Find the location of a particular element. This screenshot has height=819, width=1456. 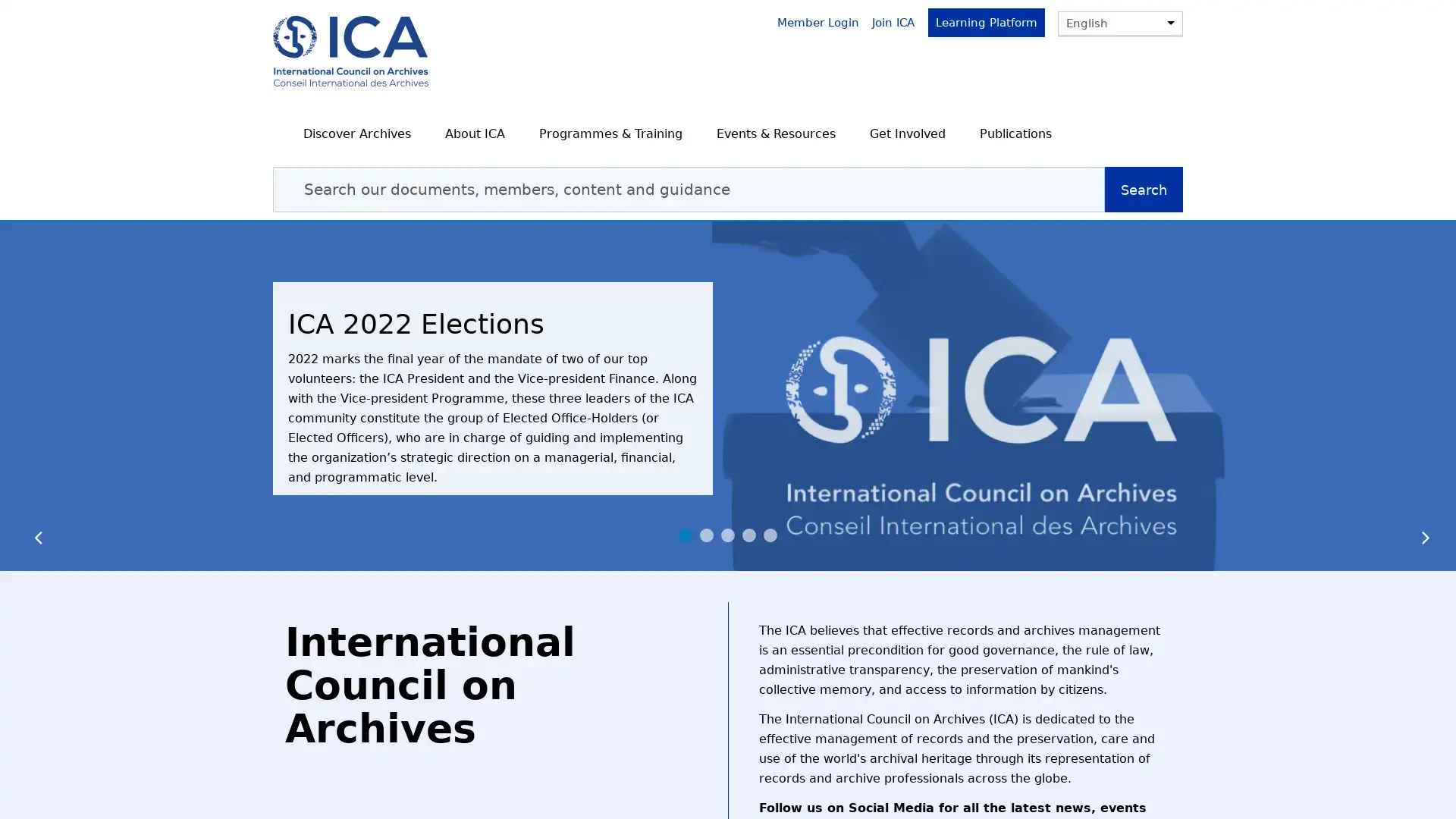

Next slide is located at coordinates (1421, 528).